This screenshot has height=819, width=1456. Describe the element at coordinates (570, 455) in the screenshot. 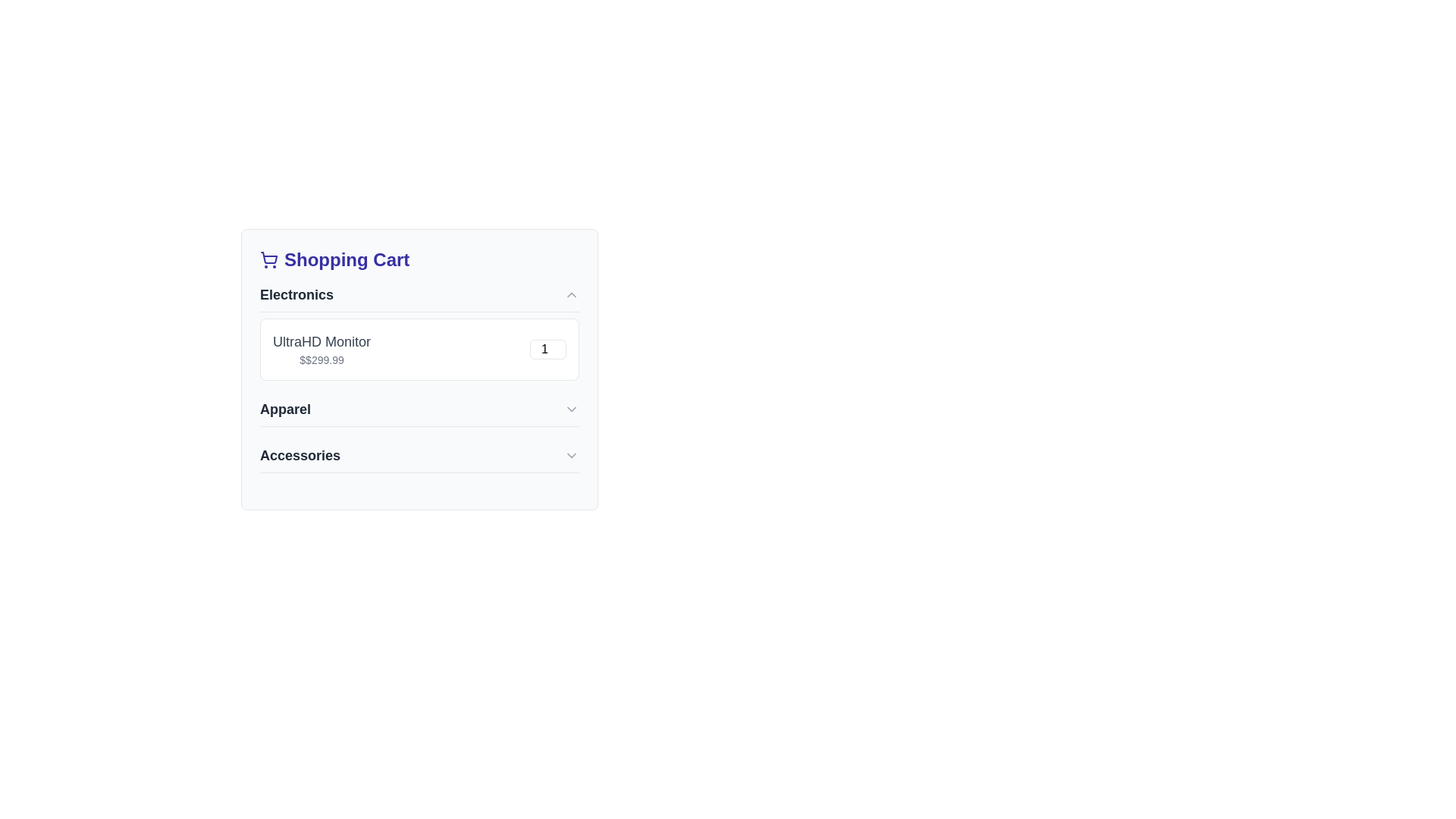

I see `the downward-pointing Chevron icon located to the right of the 'Accessories' label` at that location.